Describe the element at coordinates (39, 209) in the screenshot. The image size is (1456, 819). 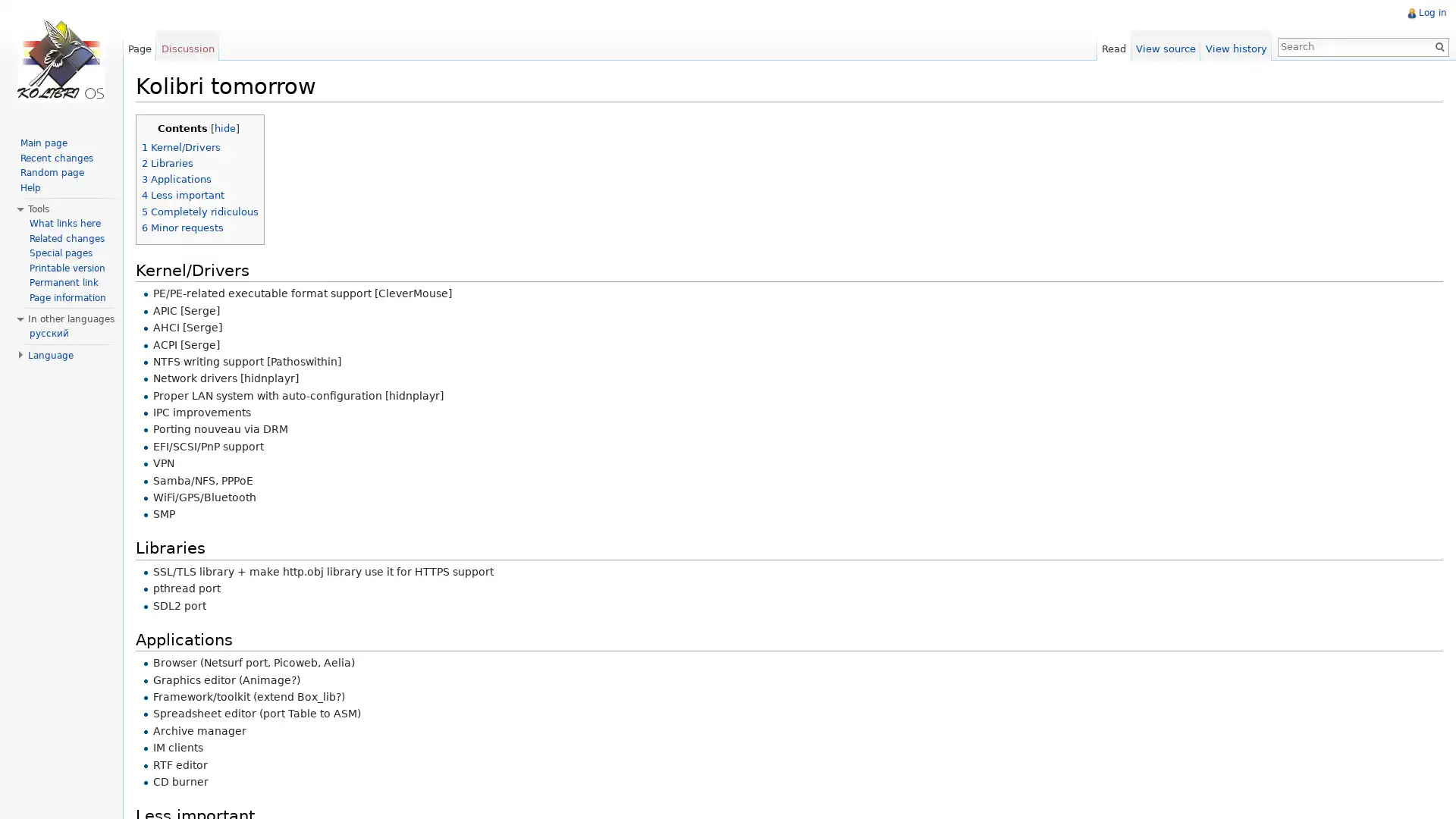
I see `Tools` at that location.